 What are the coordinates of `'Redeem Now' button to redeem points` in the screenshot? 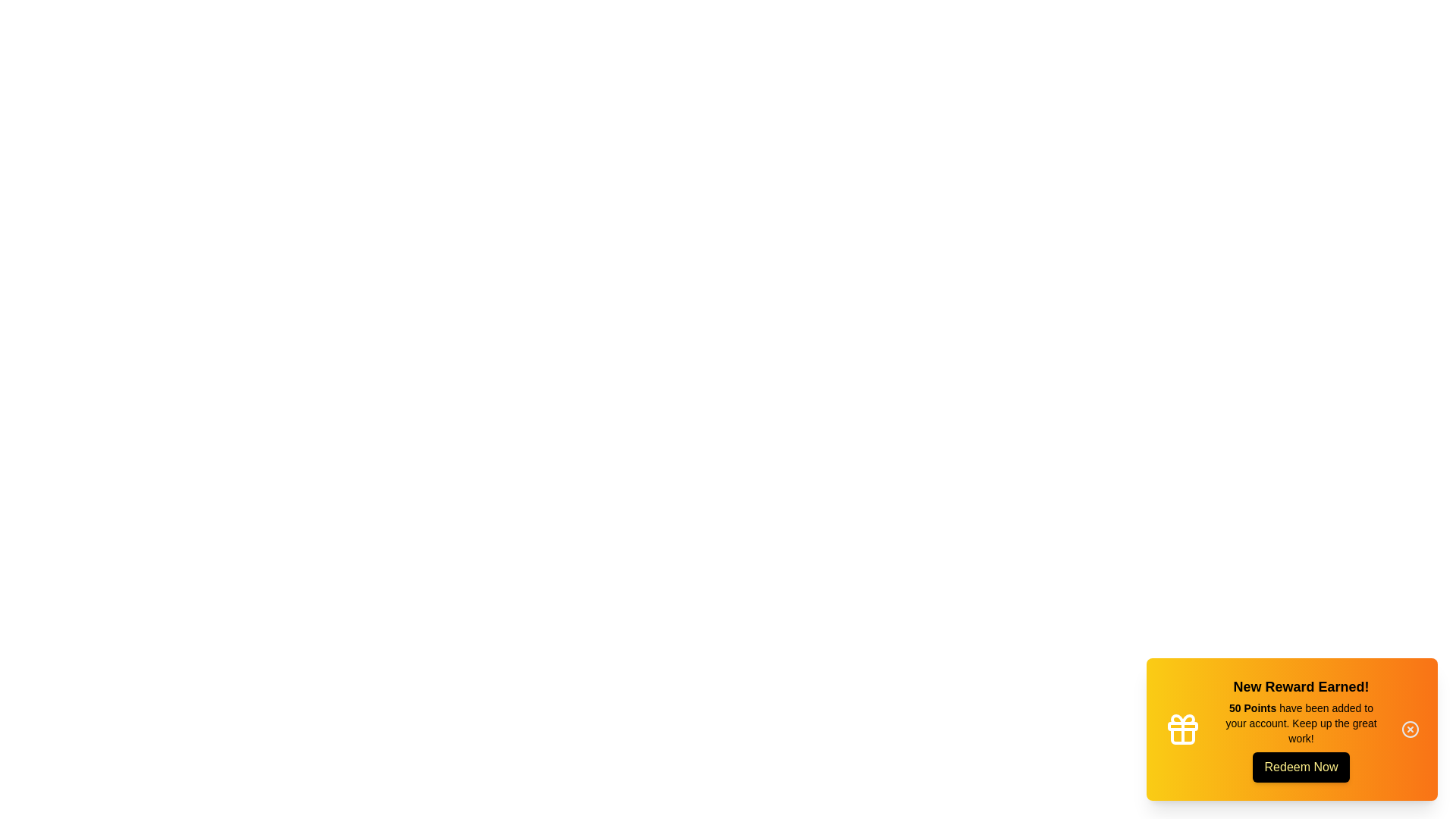 It's located at (1301, 767).